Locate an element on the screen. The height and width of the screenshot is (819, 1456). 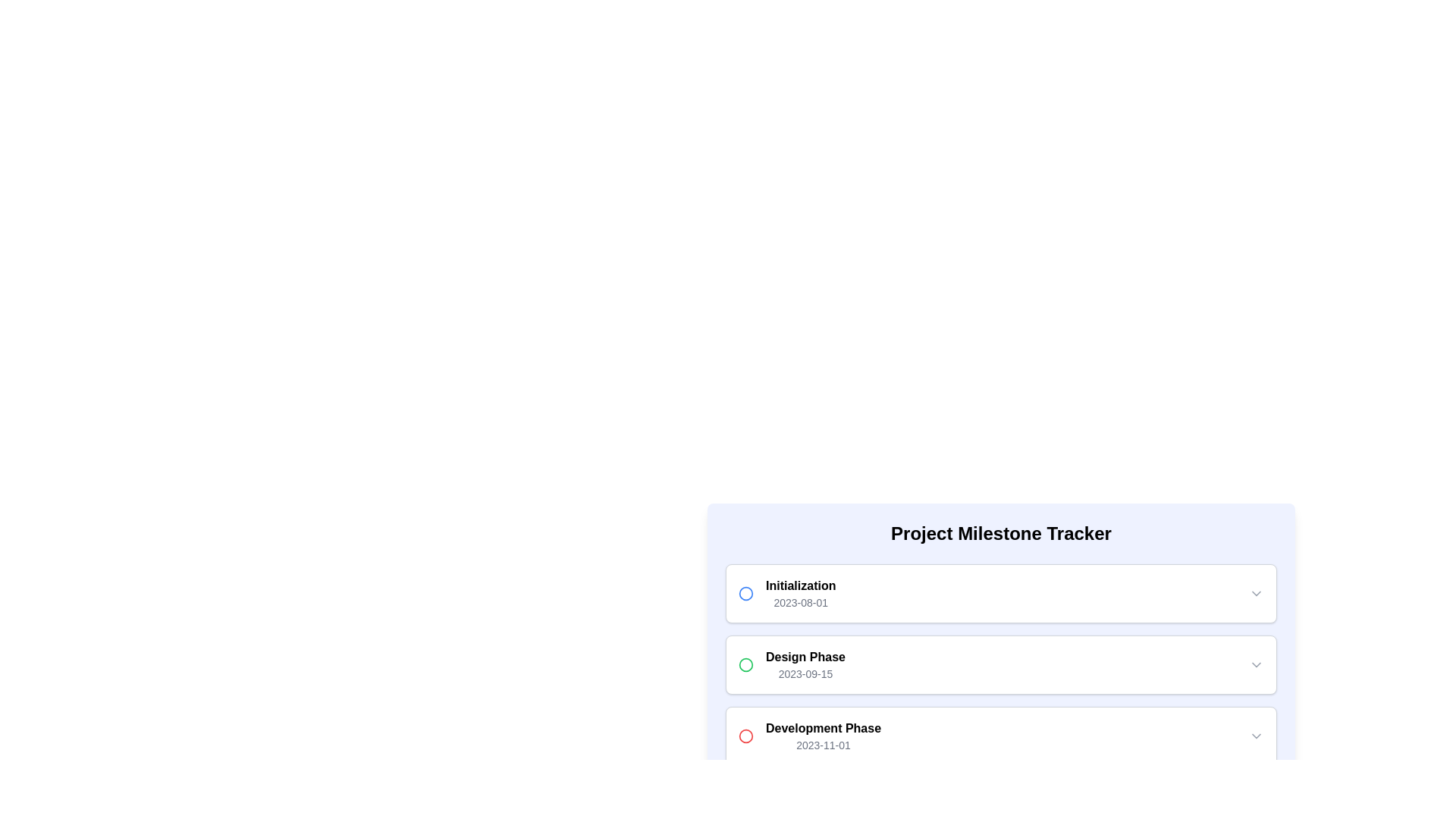
the first list item representing the milestone or phase for 'Initialization' in the Project Milestone Tracker is located at coordinates (1001, 593).